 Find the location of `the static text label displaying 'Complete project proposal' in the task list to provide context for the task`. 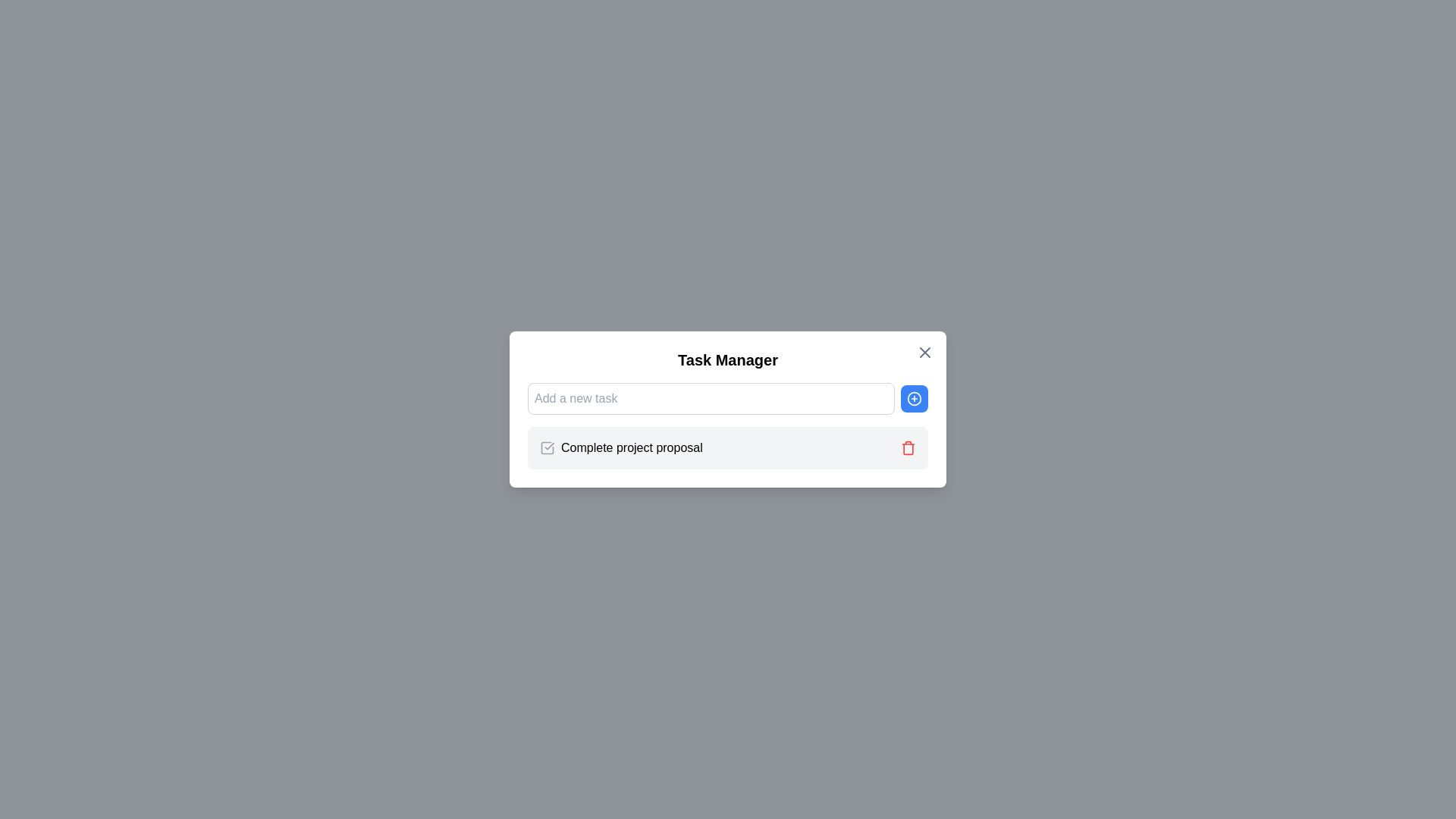

the static text label displaying 'Complete project proposal' in the task list to provide context for the task is located at coordinates (621, 447).